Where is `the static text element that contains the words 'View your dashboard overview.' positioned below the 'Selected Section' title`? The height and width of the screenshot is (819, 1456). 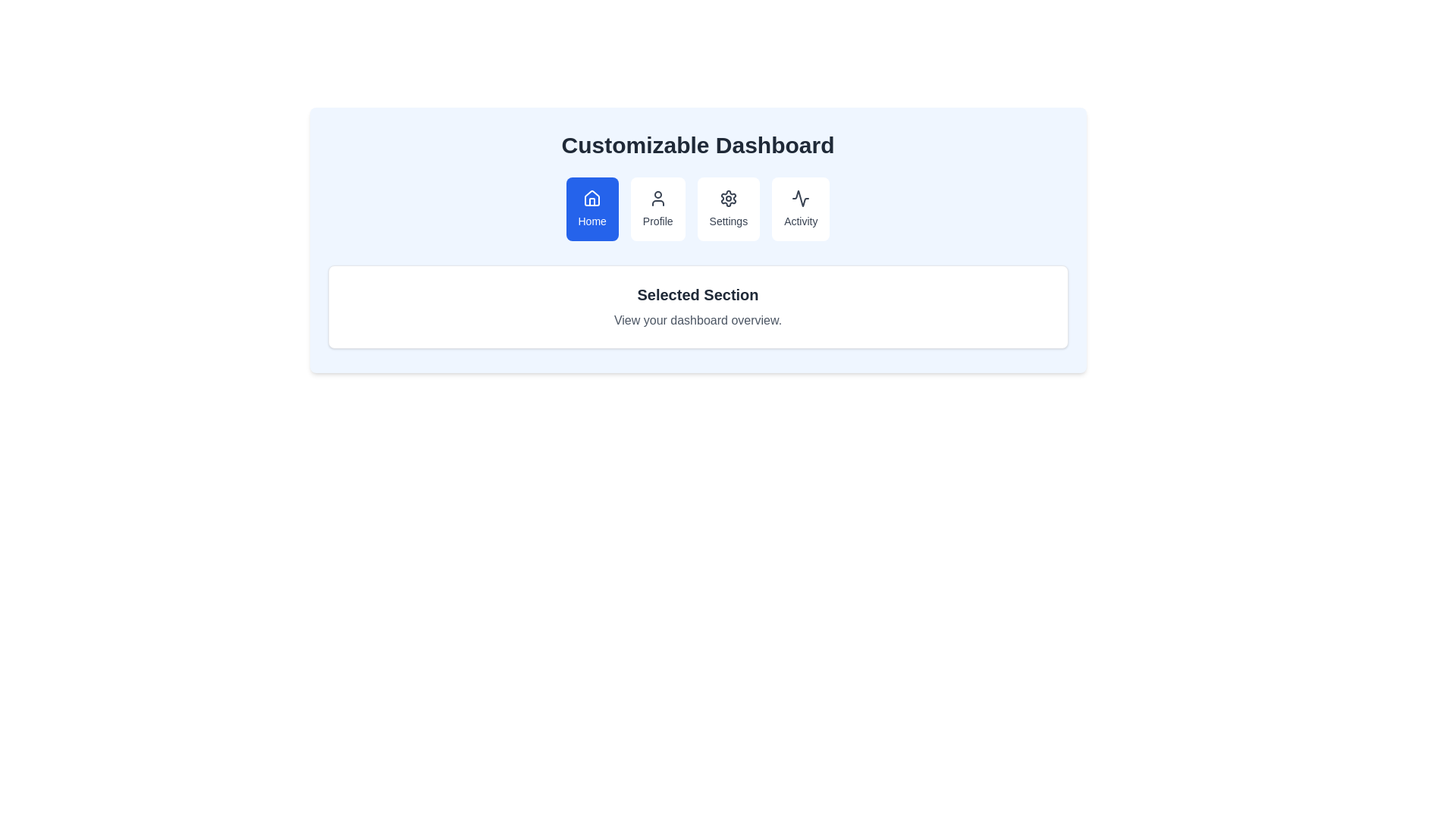
the static text element that contains the words 'View your dashboard overview.' positioned below the 'Selected Section' title is located at coordinates (697, 320).